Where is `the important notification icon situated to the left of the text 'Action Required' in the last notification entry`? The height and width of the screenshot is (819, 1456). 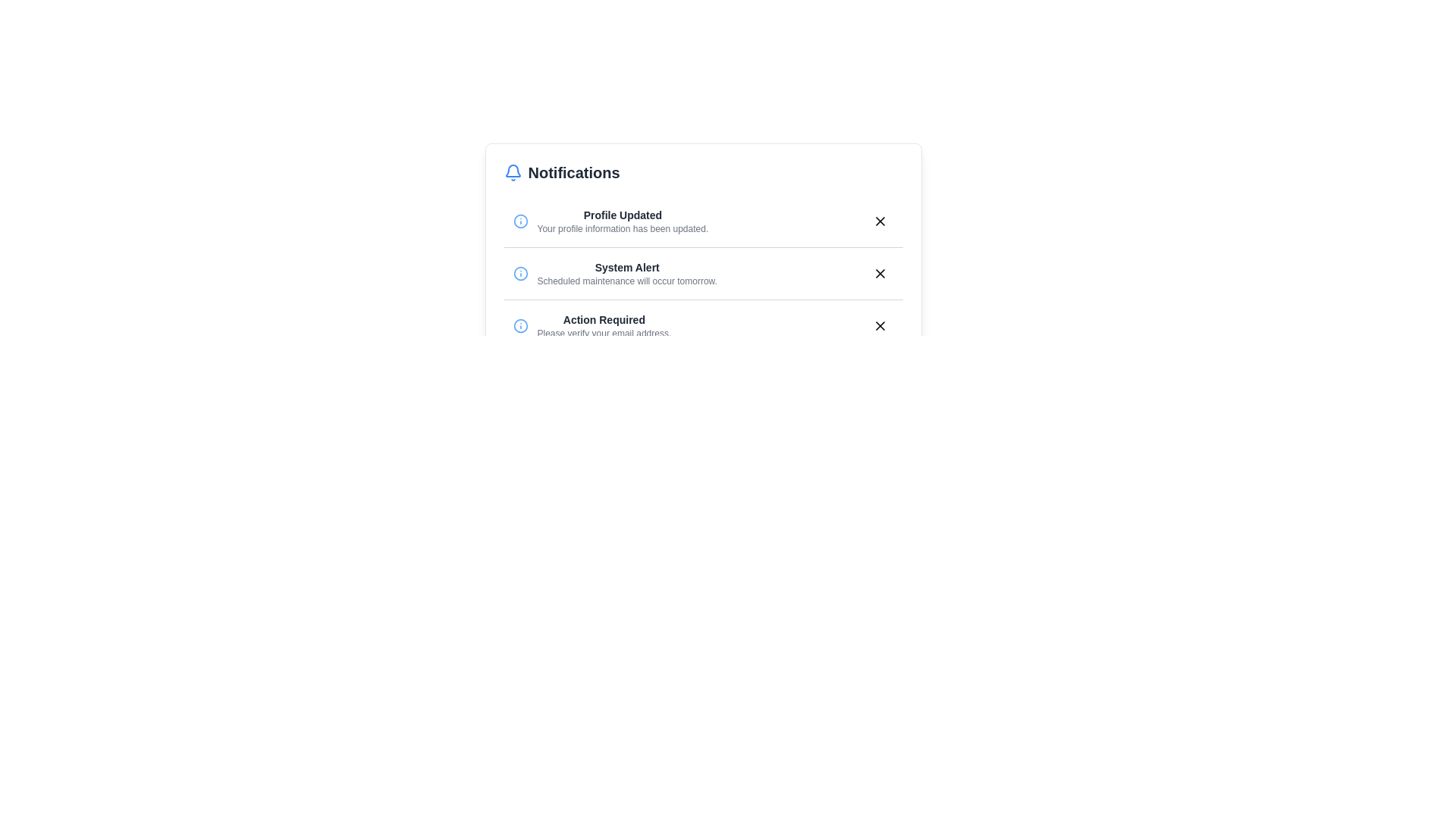
the important notification icon situated to the left of the text 'Action Required' in the last notification entry is located at coordinates (520, 325).